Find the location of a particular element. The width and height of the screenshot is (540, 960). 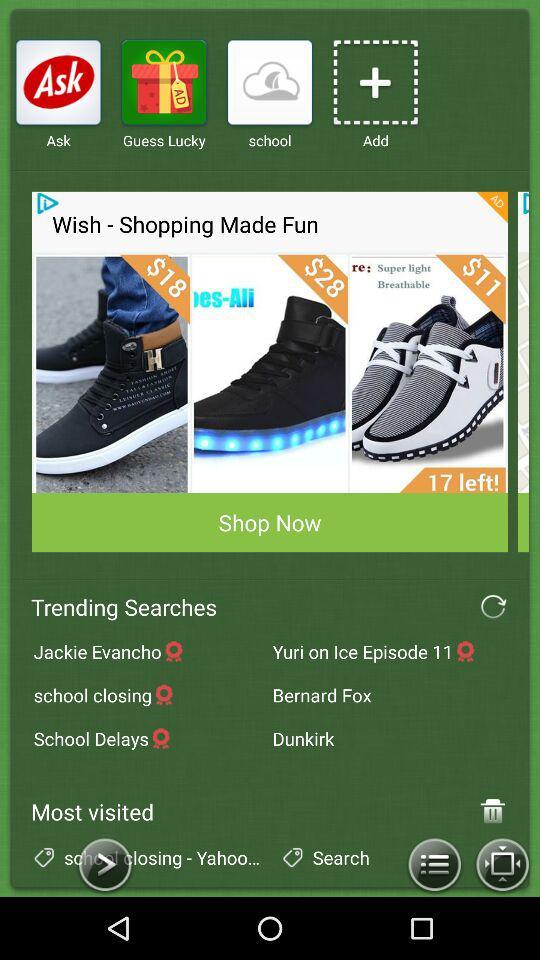

the list icon is located at coordinates (433, 927).